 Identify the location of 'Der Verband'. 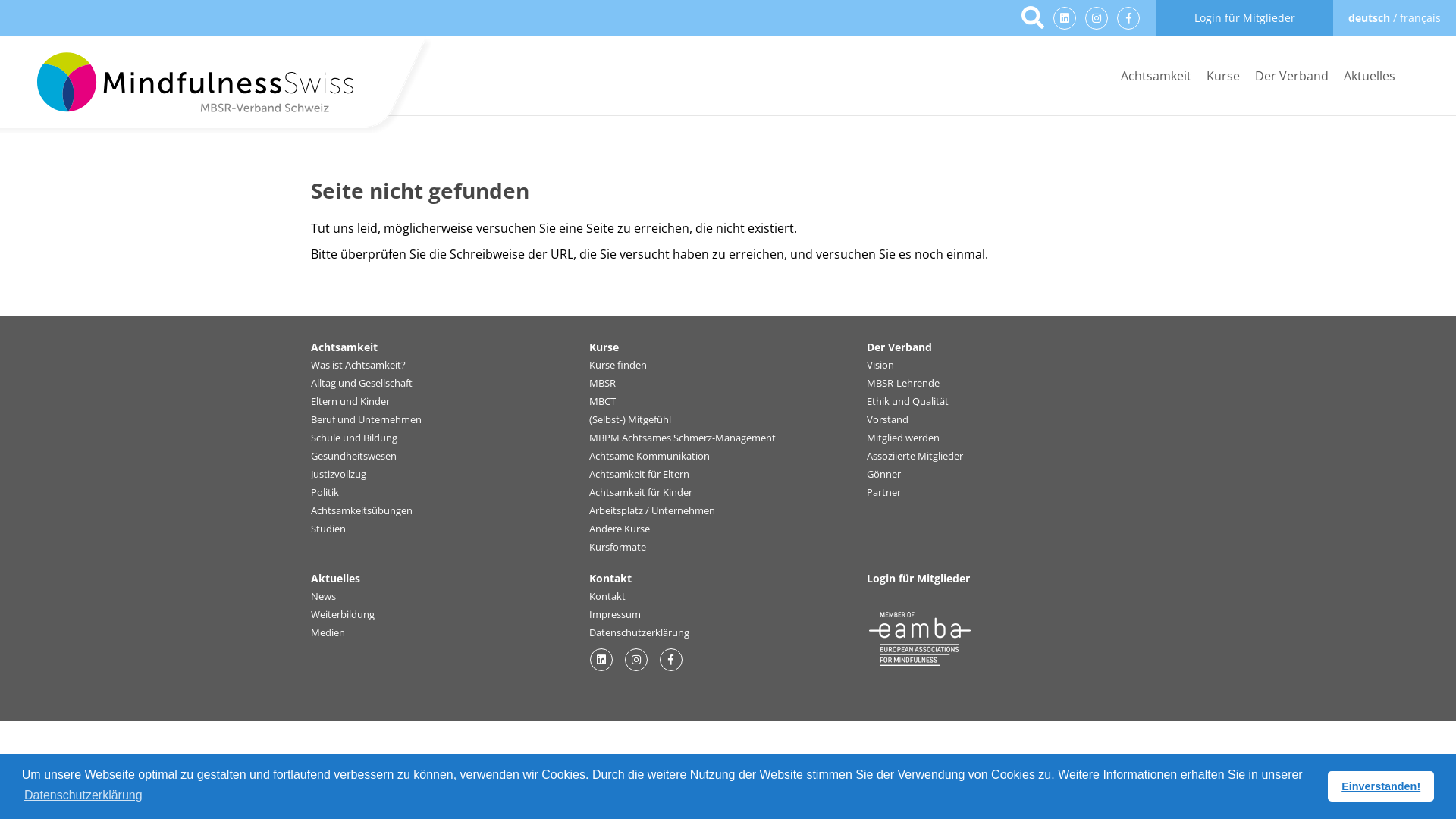
(1291, 76).